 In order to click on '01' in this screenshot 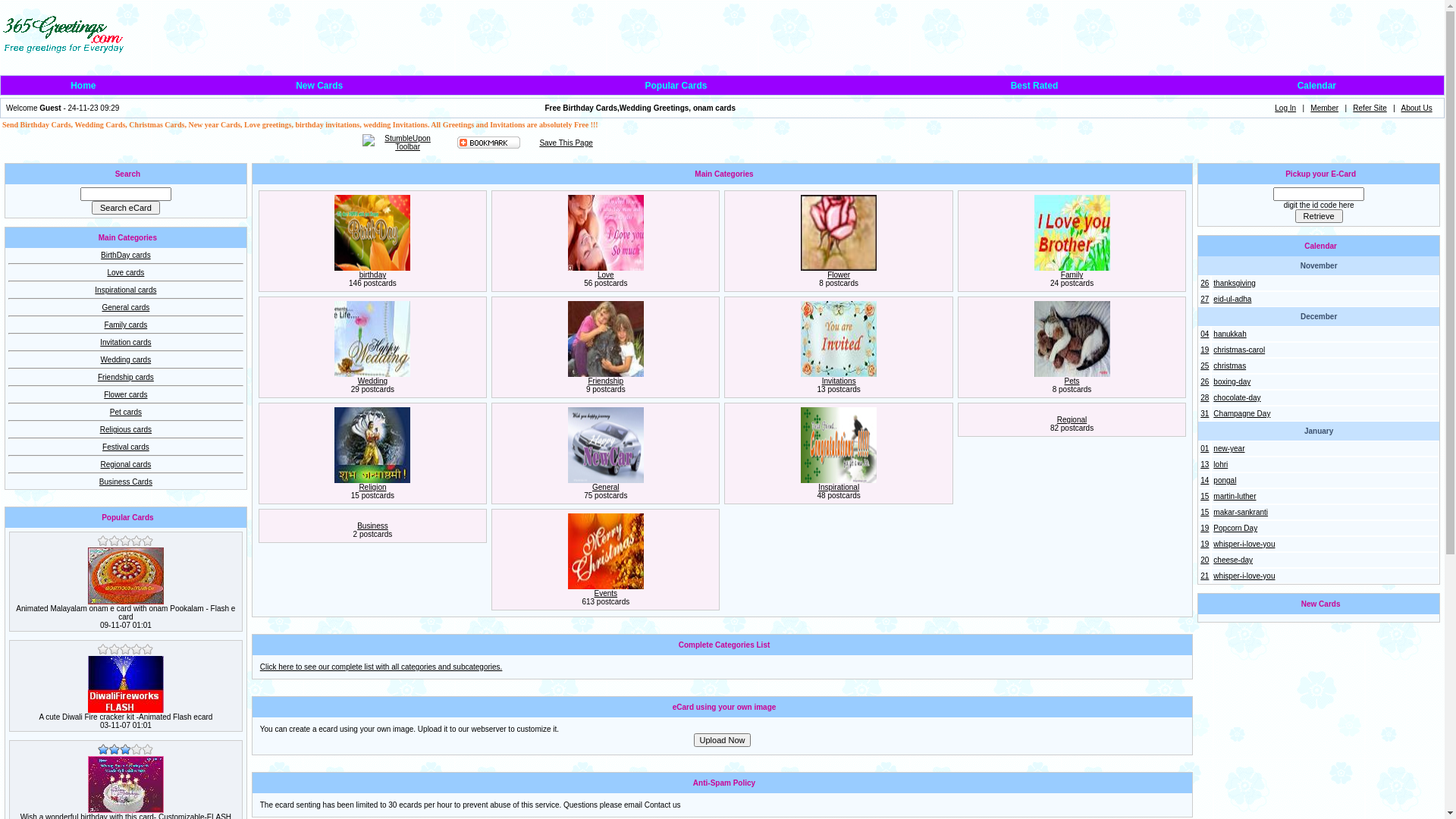, I will do `click(1203, 447)`.